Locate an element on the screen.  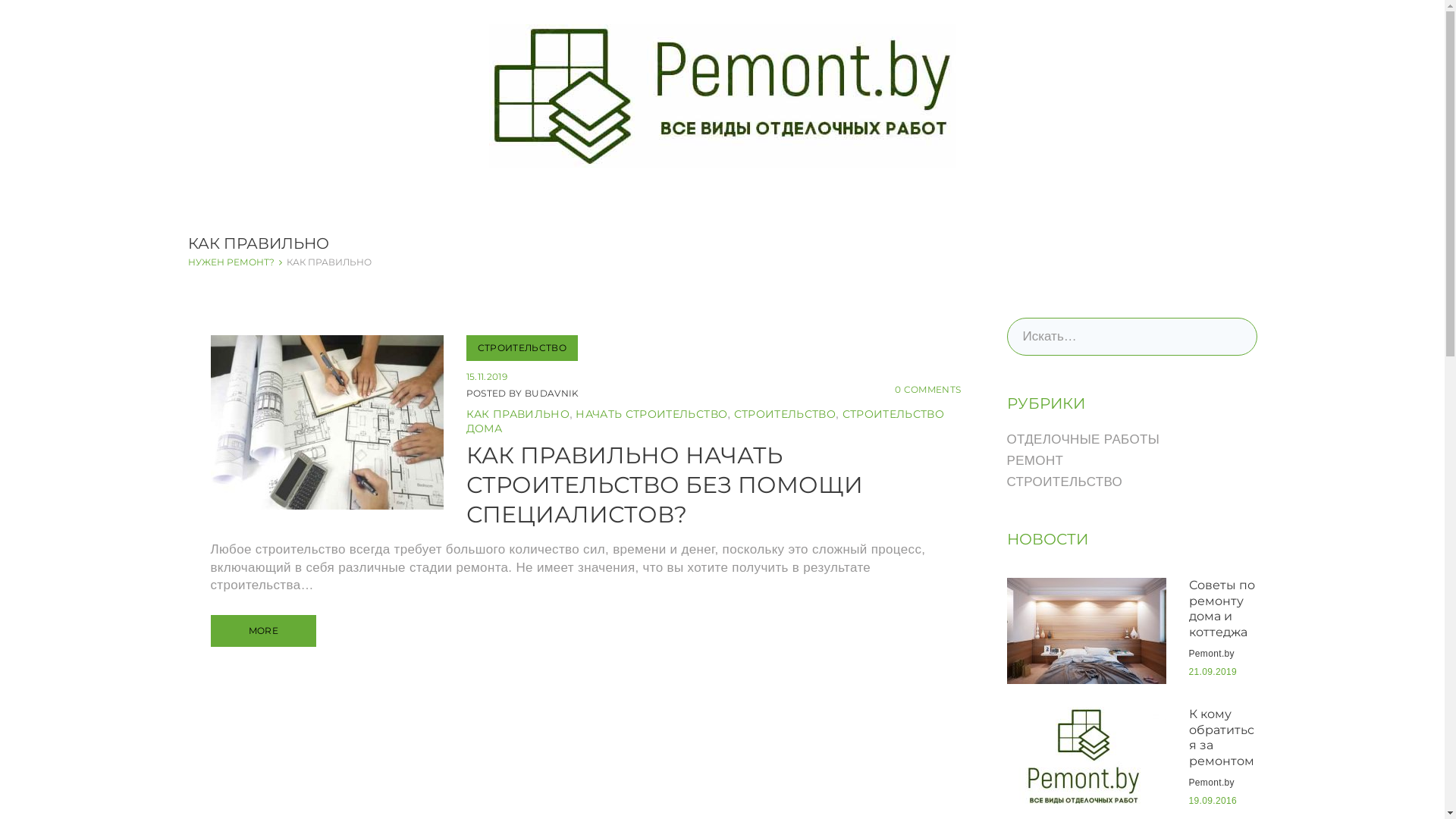
'BUDAVNIK' is located at coordinates (551, 392).